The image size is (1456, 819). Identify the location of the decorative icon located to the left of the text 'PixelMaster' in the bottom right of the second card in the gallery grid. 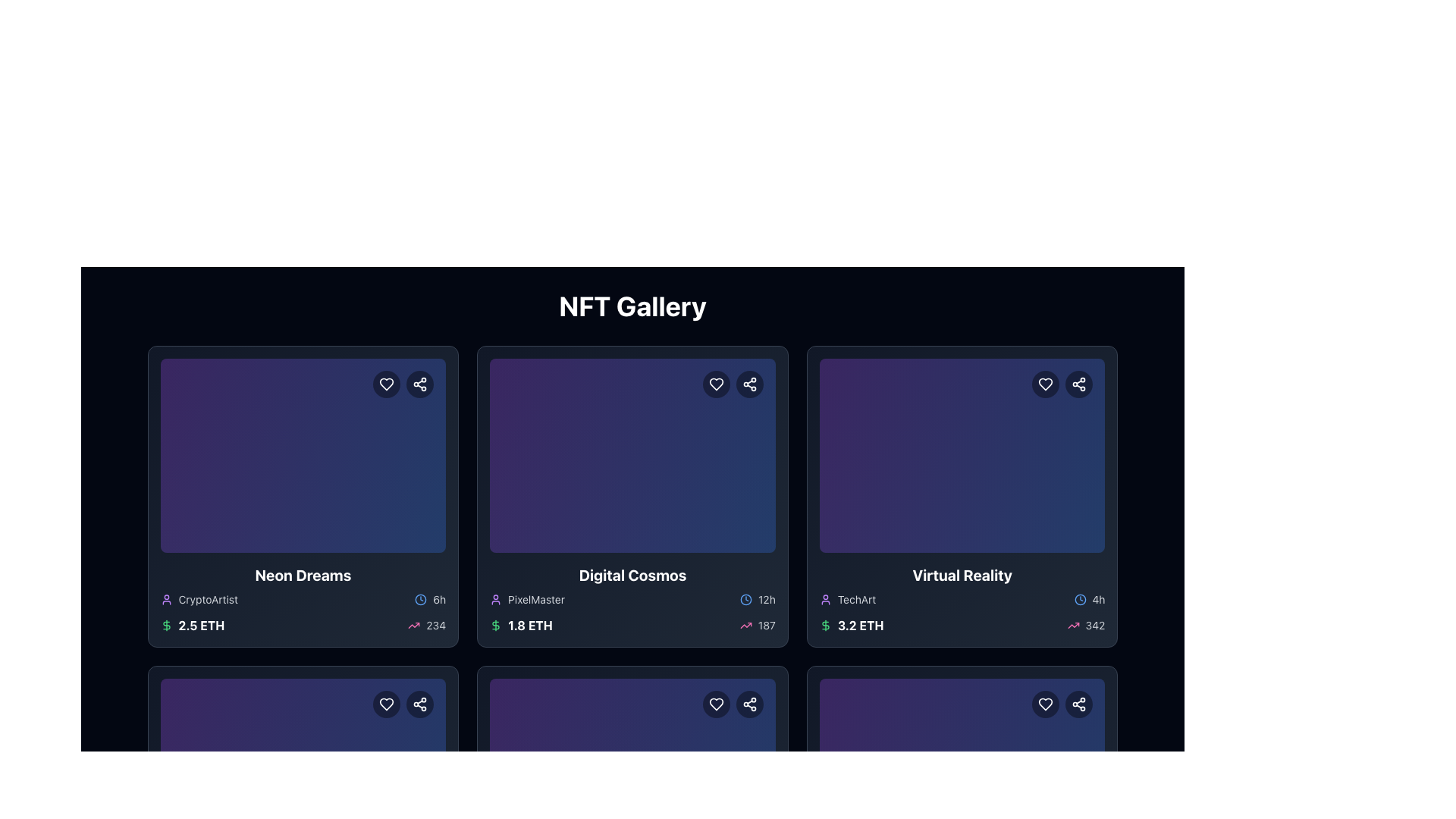
(496, 598).